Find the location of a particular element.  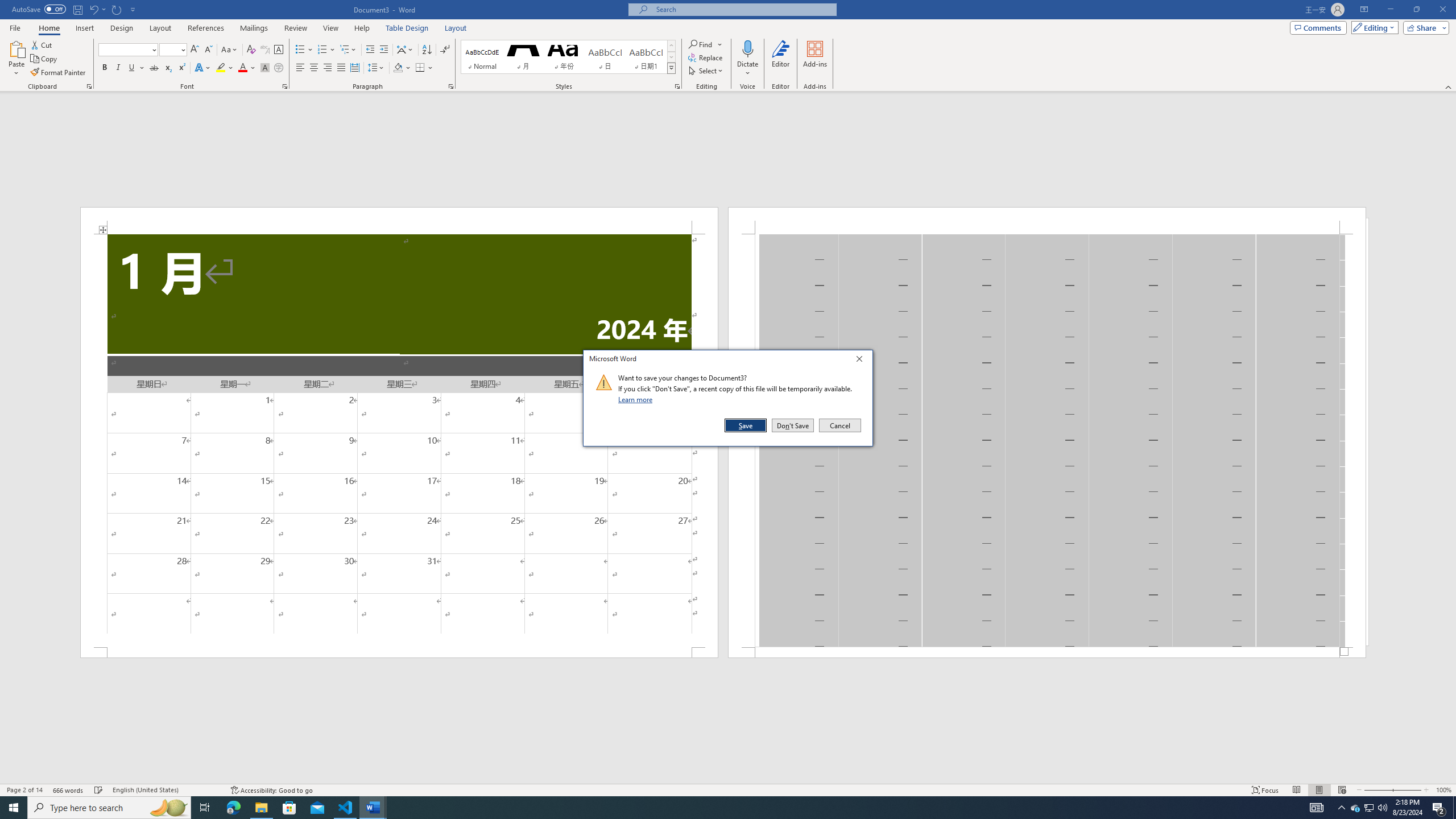

'Styles' is located at coordinates (671, 67).